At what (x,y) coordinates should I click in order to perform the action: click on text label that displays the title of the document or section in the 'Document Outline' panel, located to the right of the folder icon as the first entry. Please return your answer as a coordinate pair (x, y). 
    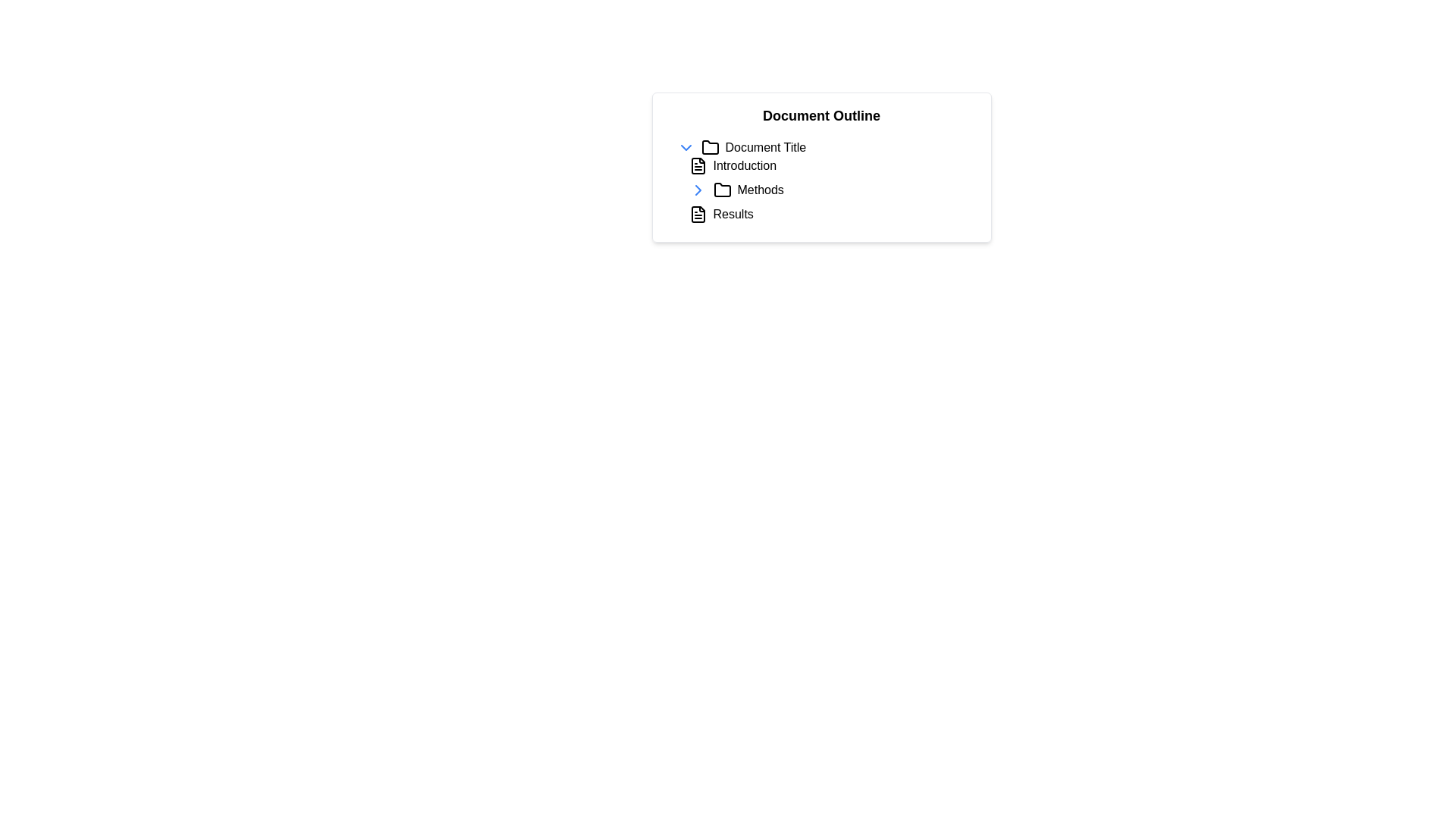
    Looking at the image, I should click on (765, 148).